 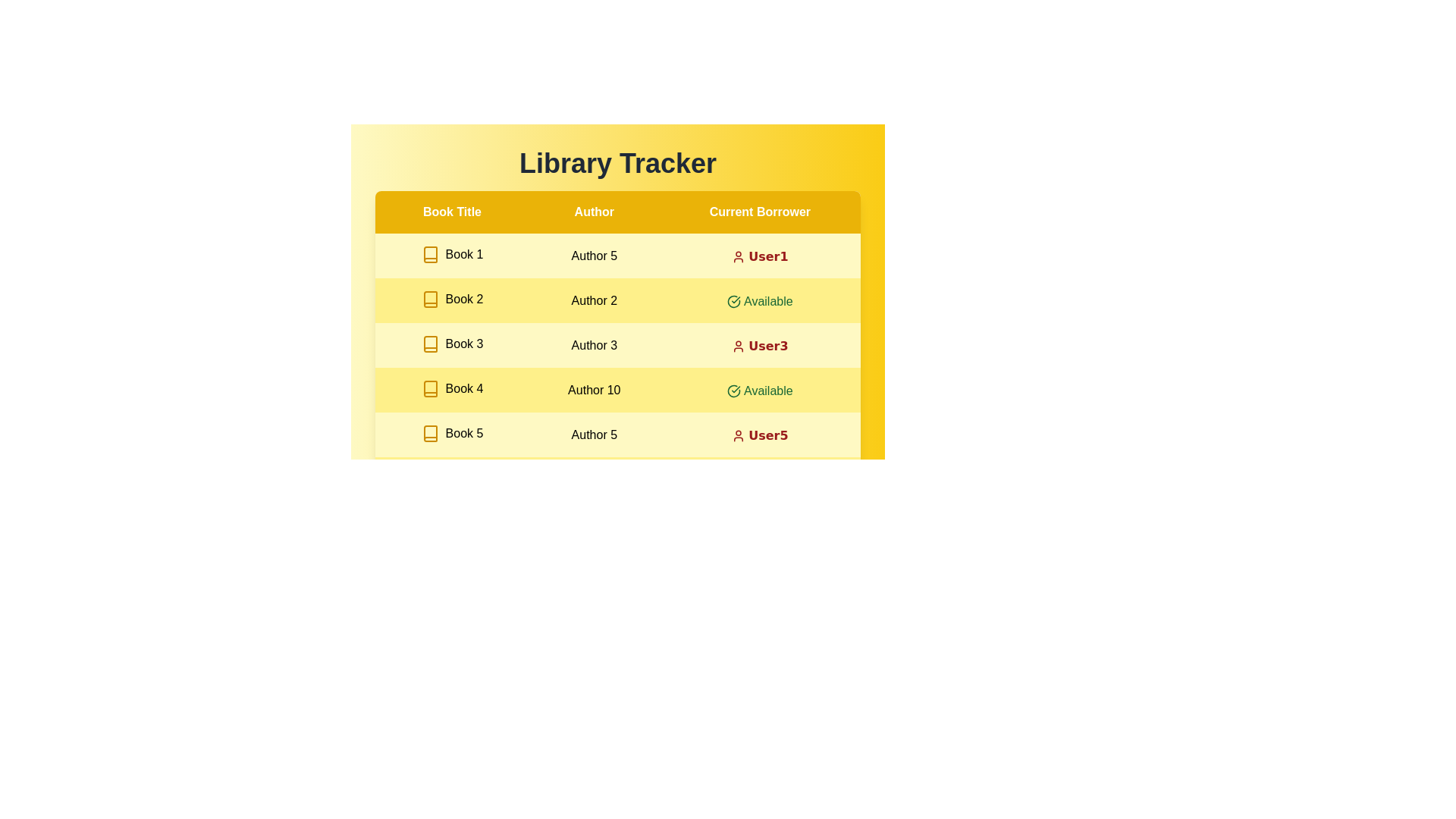 What do you see at coordinates (451, 344) in the screenshot?
I see `the book title Book 3 to inspect its details` at bounding box center [451, 344].